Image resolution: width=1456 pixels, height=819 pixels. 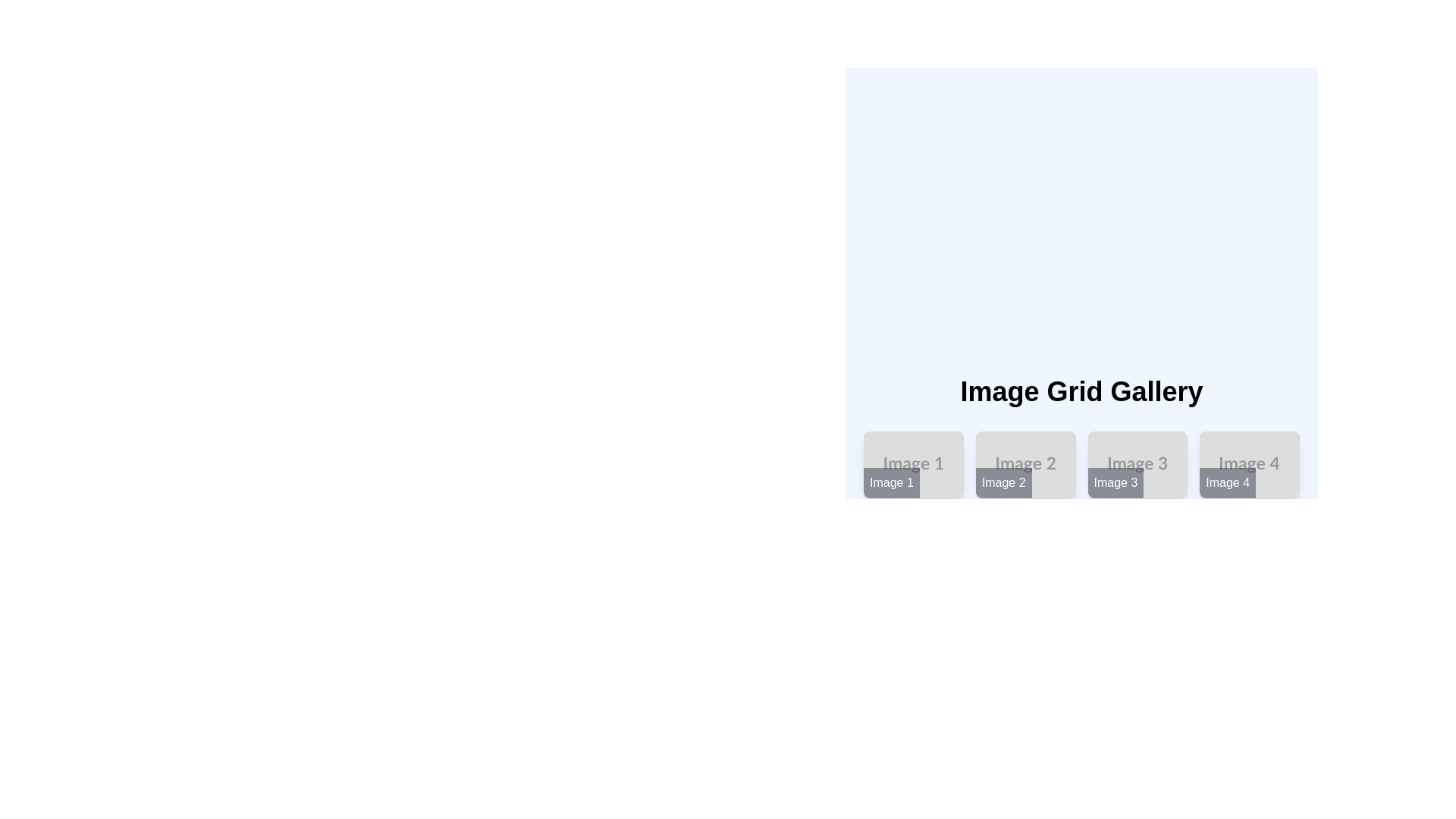 I want to click on the Image card labeled 'Image 4' located in the first row and fourth column of the grid layout, so click(x=1250, y=464).